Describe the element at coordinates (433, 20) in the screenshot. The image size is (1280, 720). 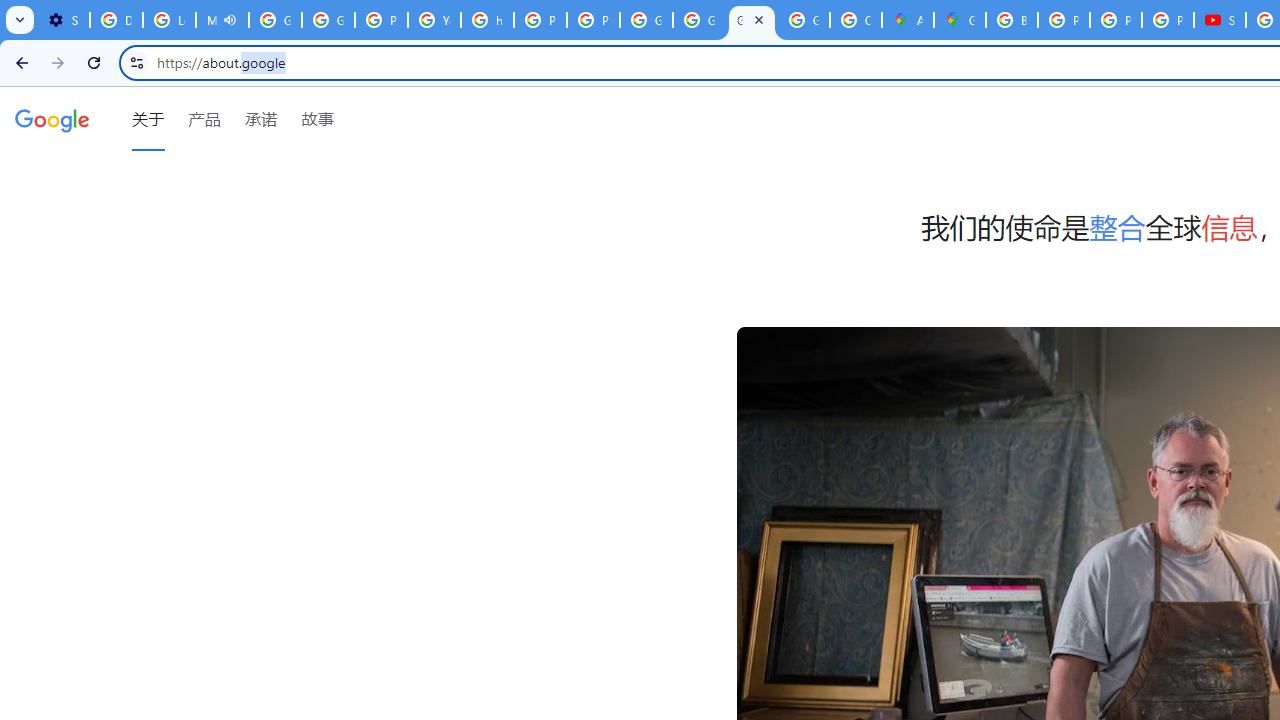
I see `'YouTube'` at that location.